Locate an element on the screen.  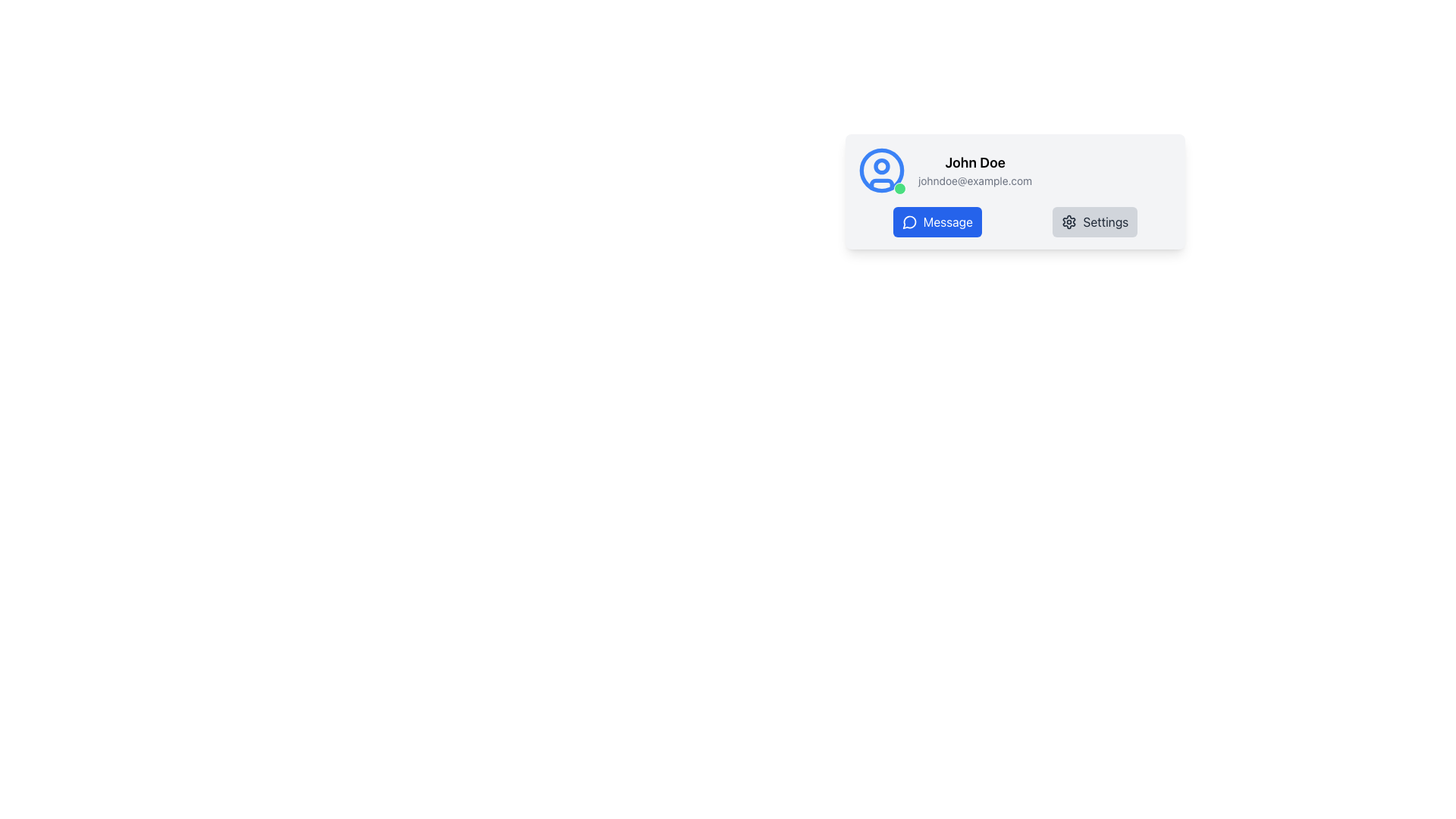
the gear-shaped SVG icon located next to the 'Settings' text in the lower-right corner of the profile card is located at coordinates (1068, 222).